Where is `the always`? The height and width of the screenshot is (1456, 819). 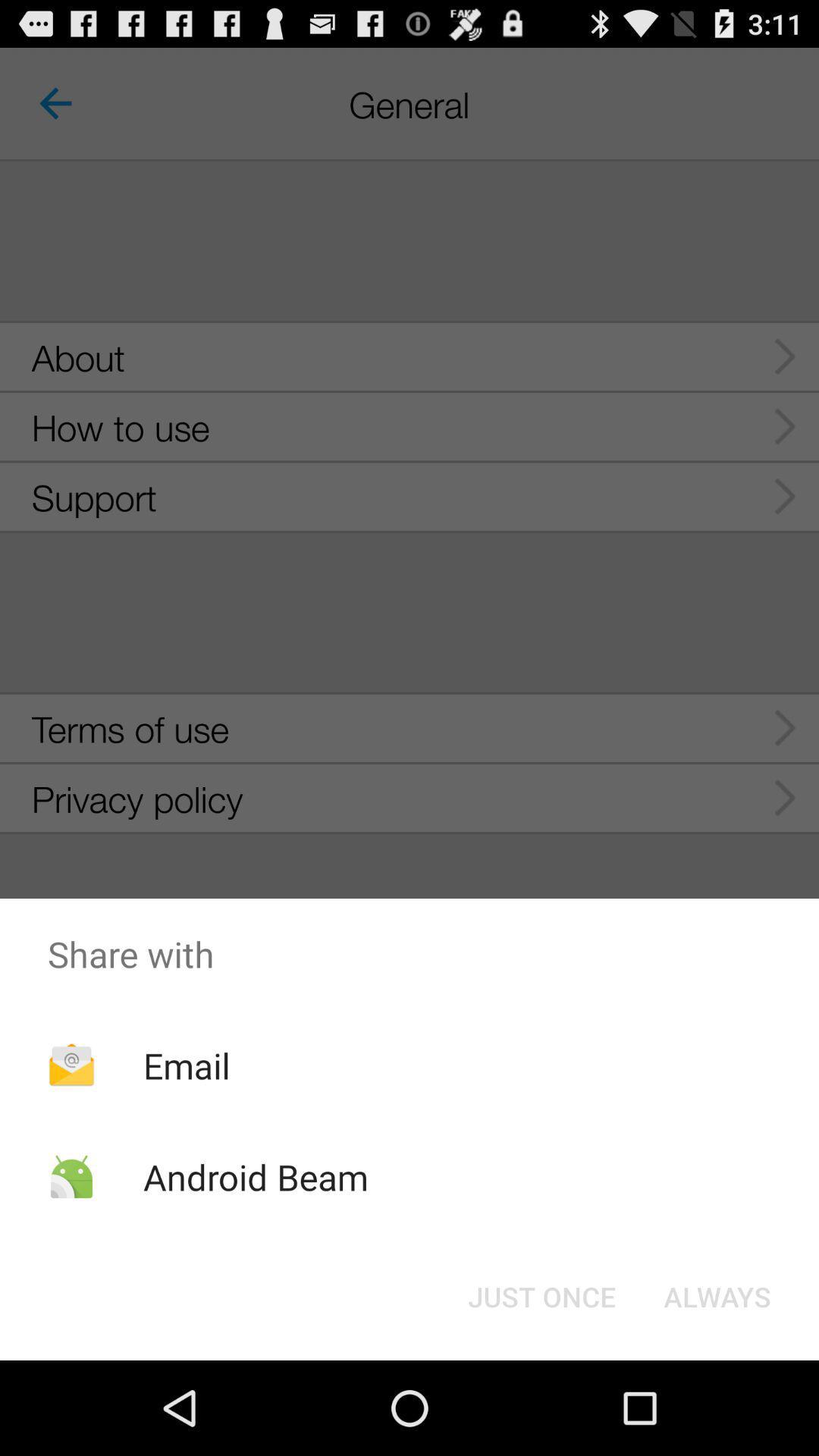
the always is located at coordinates (717, 1295).